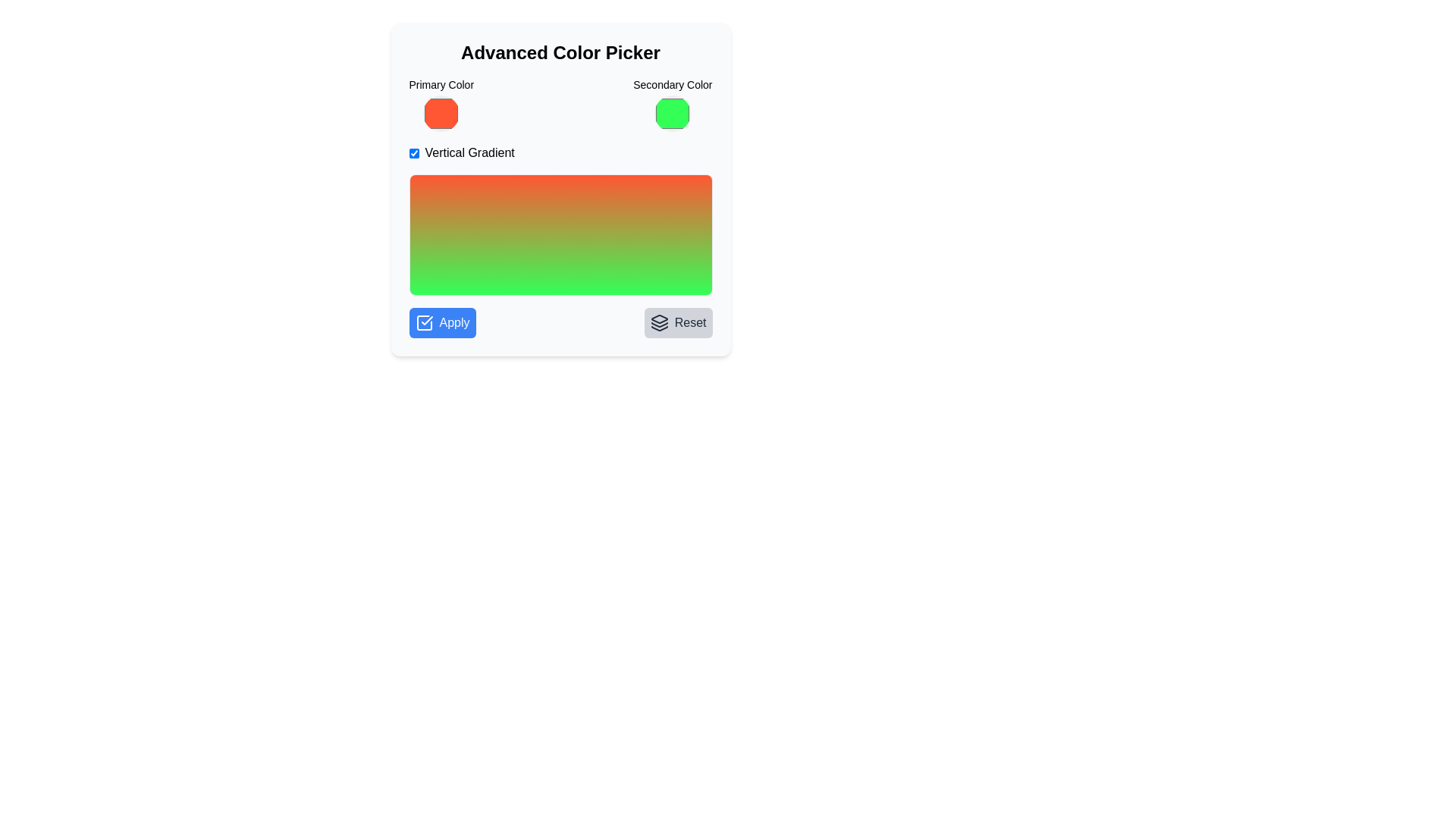 The image size is (1456, 819). What do you see at coordinates (659, 322) in the screenshot?
I see `the 'Reset' button icon located to the left of the 'Reset' label in the bottom-right corner of the interface` at bounding box center [659, 322].